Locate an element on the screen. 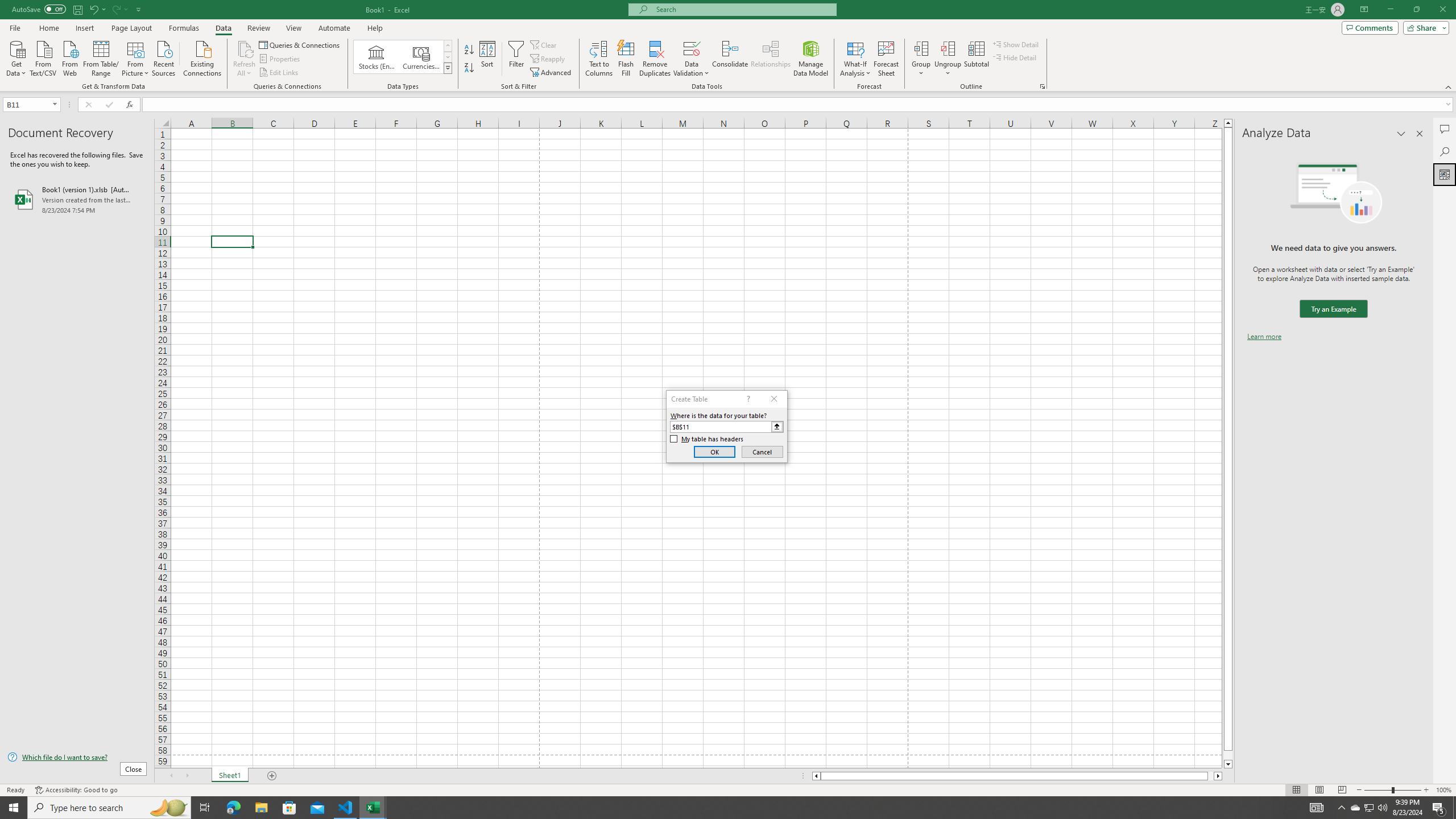  'Learn more' is located at coordinates (1264, 336).